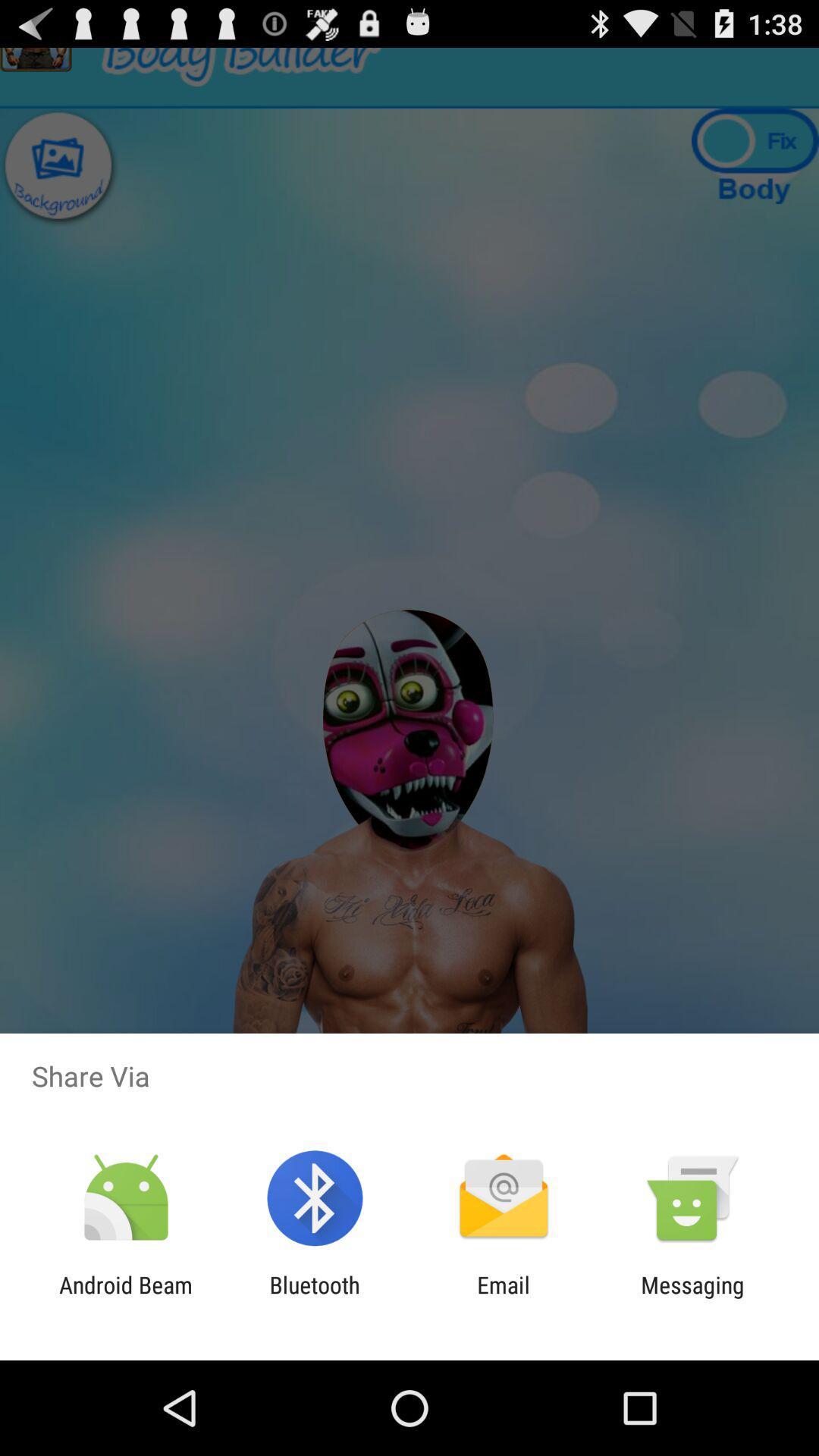  What do you see at coordinates (504, 1298) in the screenshot?
I see `the item next to the messaging item` at bounding box center [504, 1298].